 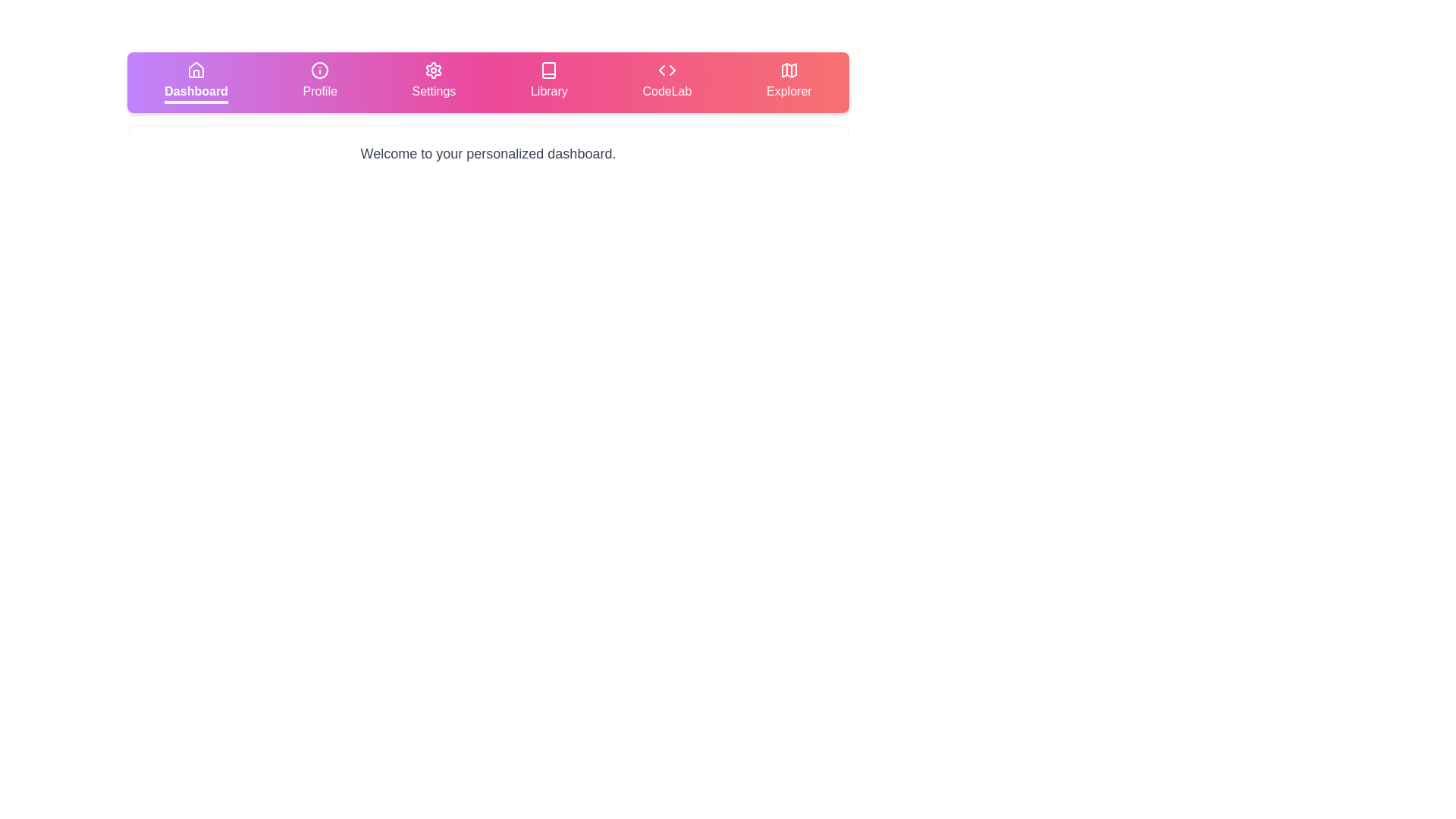 I want to click on the tab labeled Settings to display its content, so click(x=432, y=82).